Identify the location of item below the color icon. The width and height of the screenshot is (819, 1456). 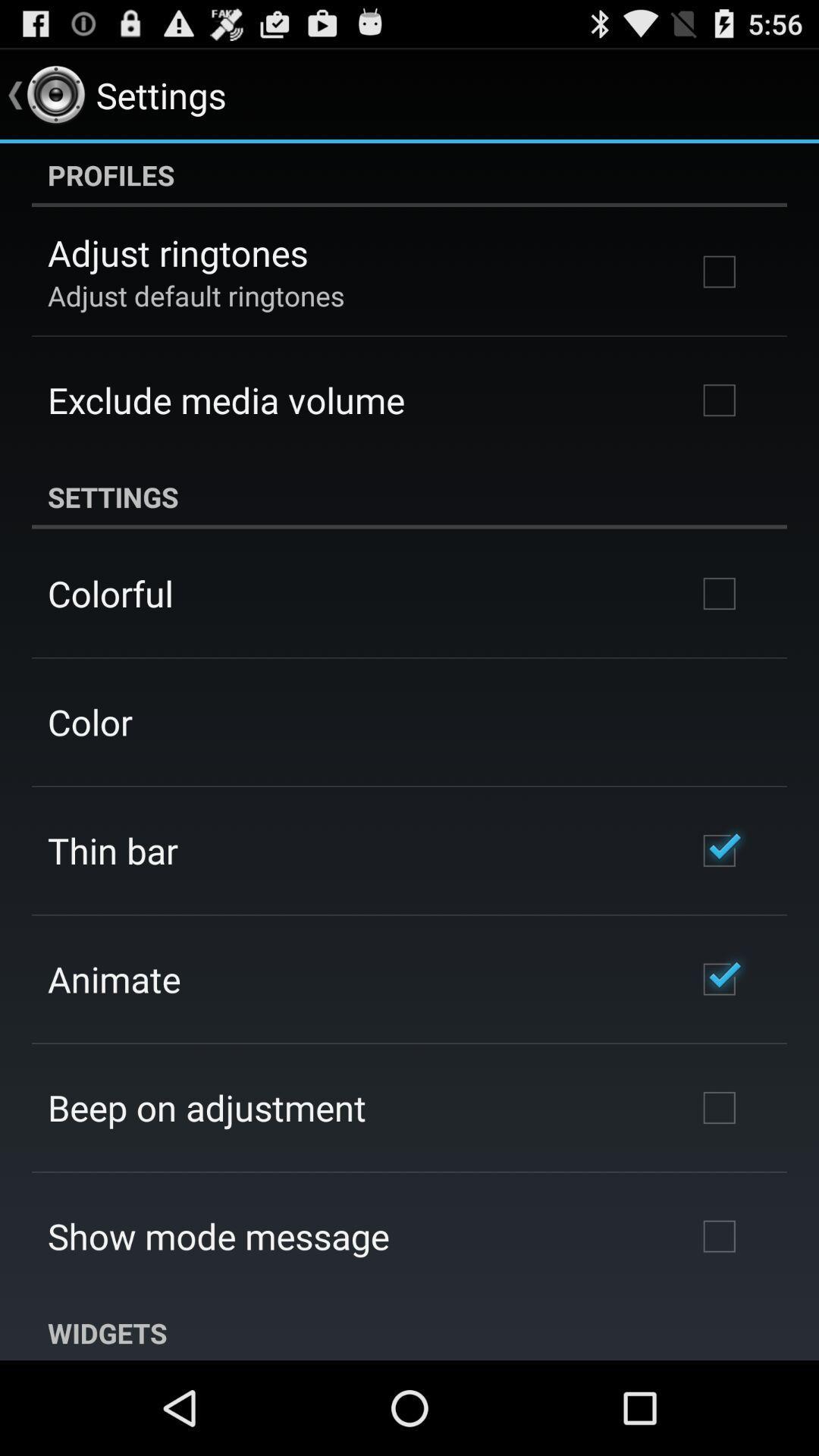
(111, 850).